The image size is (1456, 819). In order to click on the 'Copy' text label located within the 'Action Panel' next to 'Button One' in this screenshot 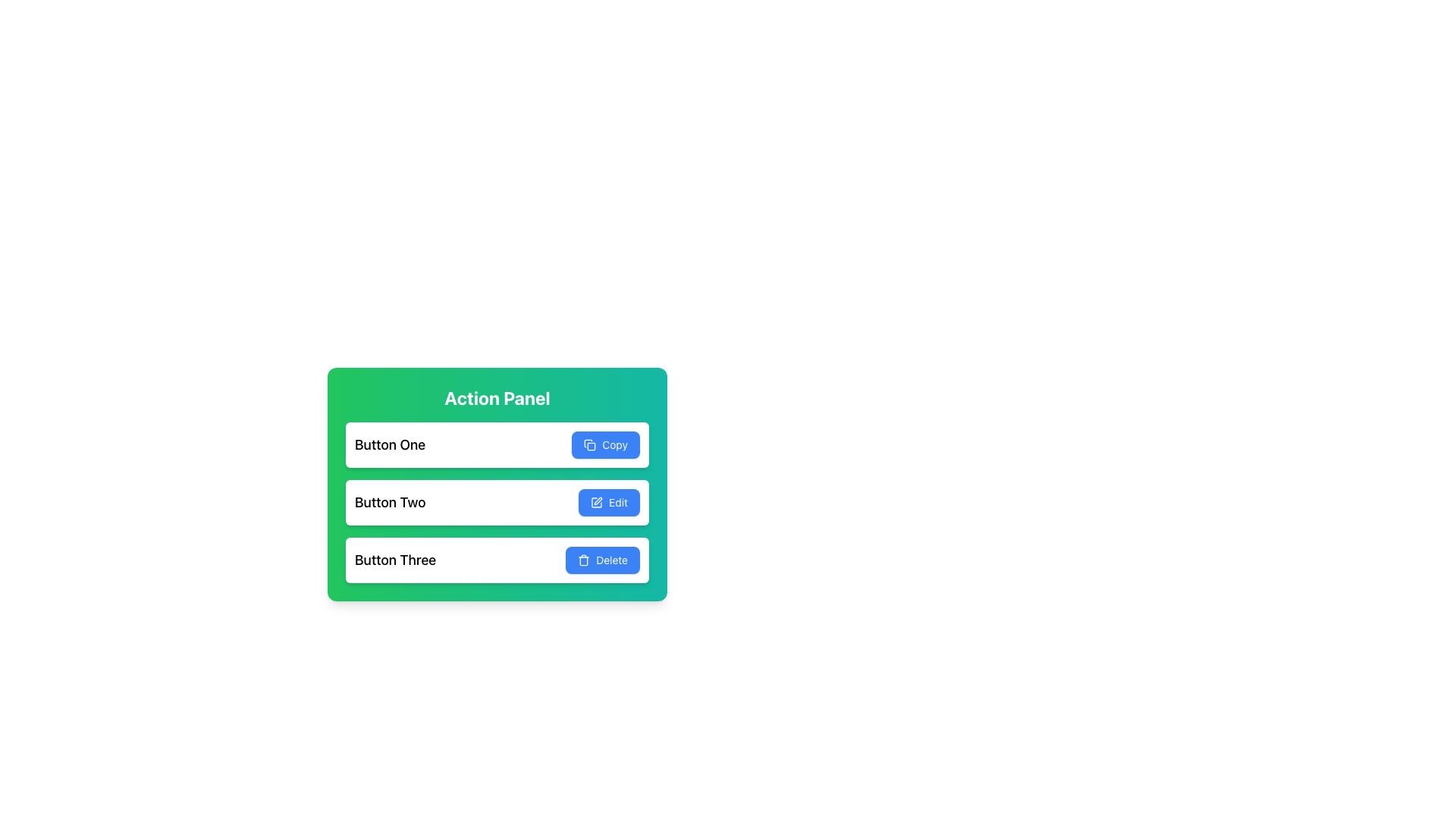, I will do `click(615, 444)`.